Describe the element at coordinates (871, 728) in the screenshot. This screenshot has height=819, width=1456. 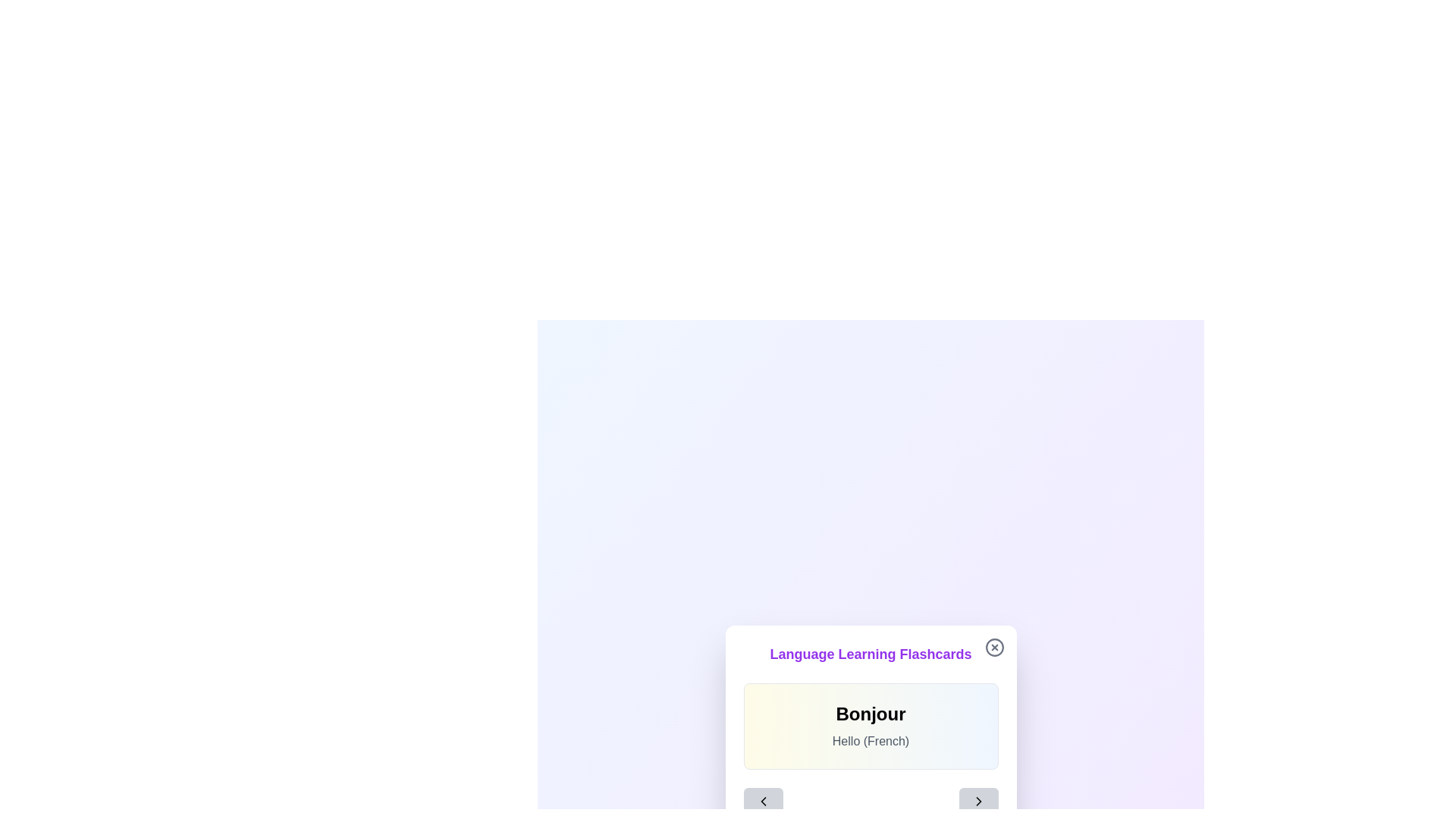
I see `text within the language learning flashcard, which is centered below the purple title 'Language Learning Flashcards' and above the navigation buttons` at that location.